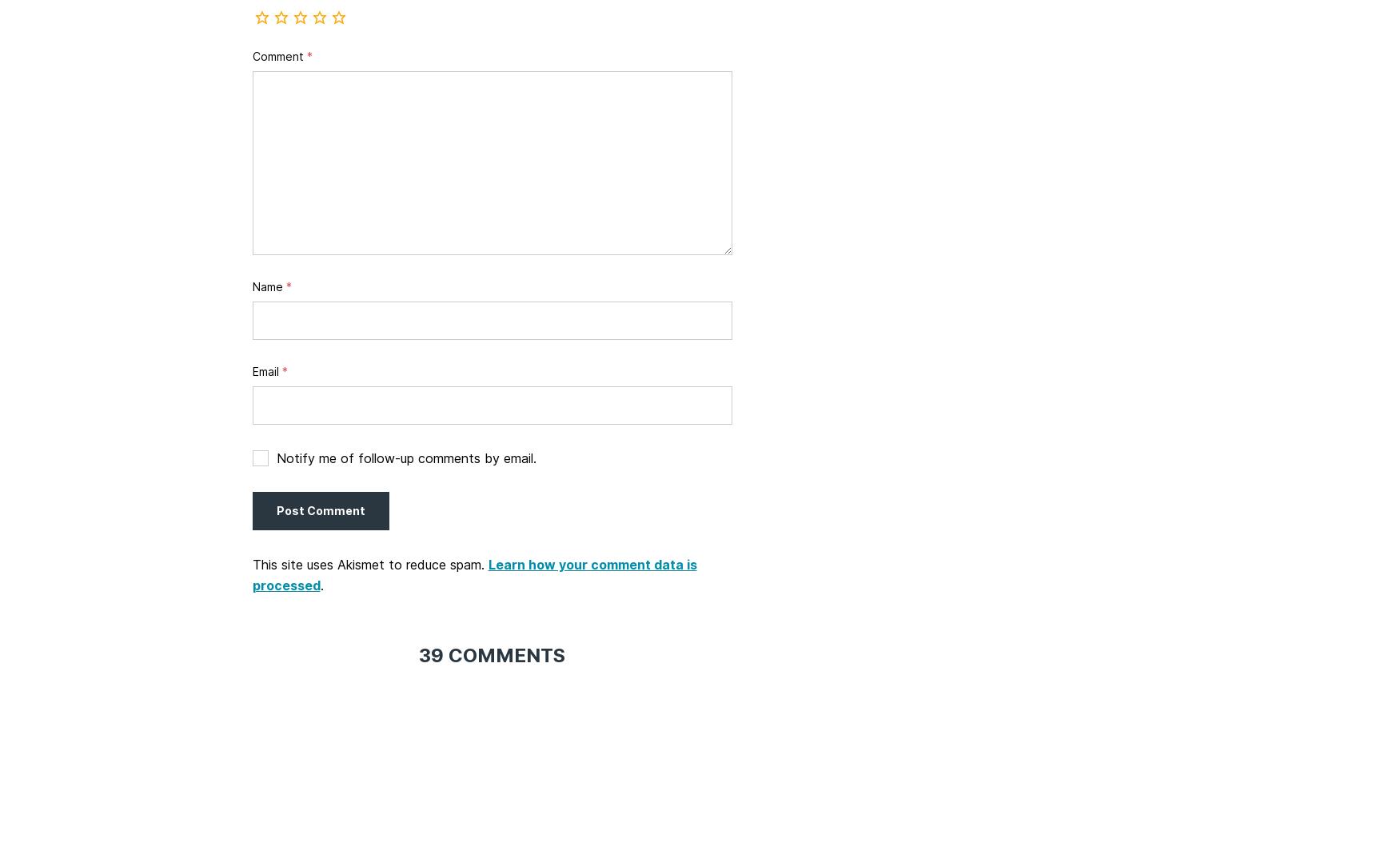 This screenshot has width=1400, height=859. What do you see at coordinates (297, 17) in the screenshot?
I see `'Rate this recipe'` at bounding box center [297, 17].